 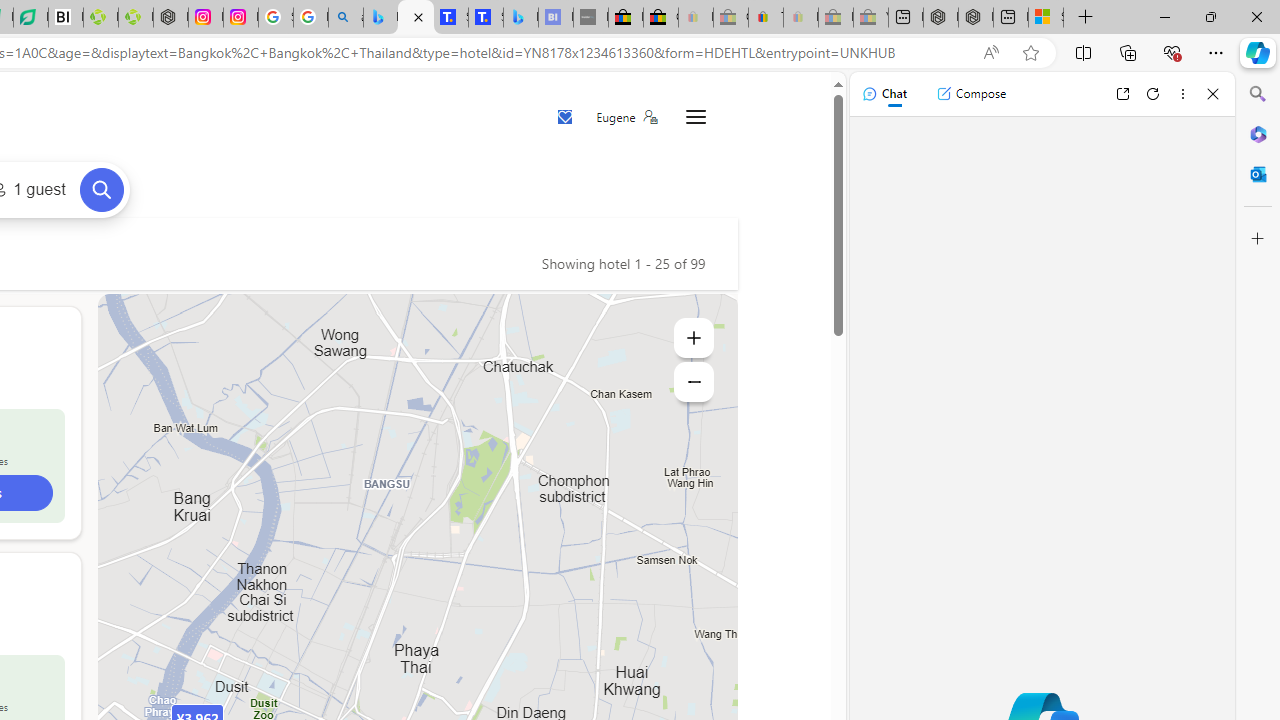 I want to click on 'Chat', so click(x=883, y=93).